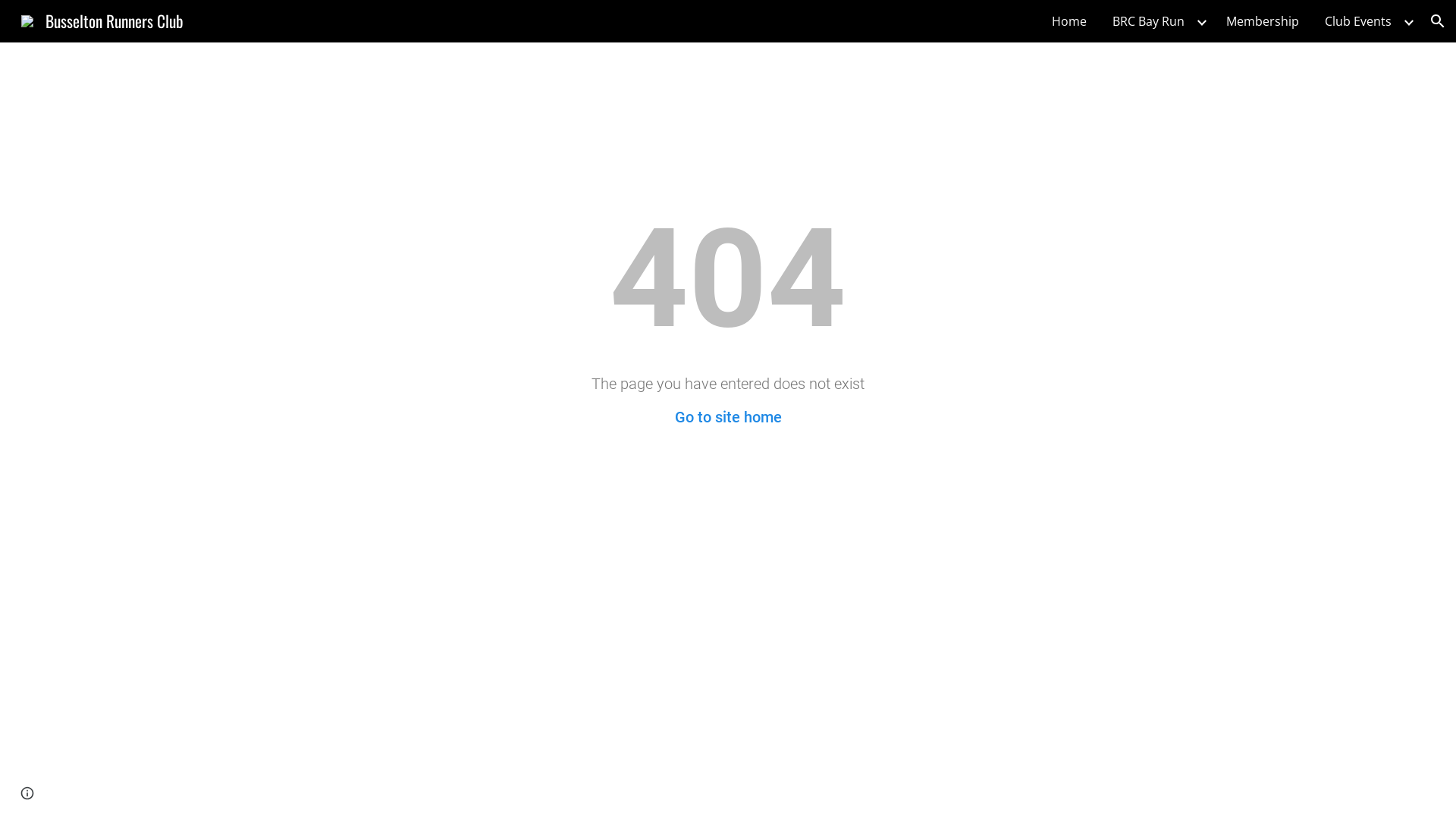 The height and width of the screenshot is (819, 1456). What do you see at coordinates (1407, 20) in the screenshot?
I see `'Expand/Collapse'` at bounding box center [1407, 20].